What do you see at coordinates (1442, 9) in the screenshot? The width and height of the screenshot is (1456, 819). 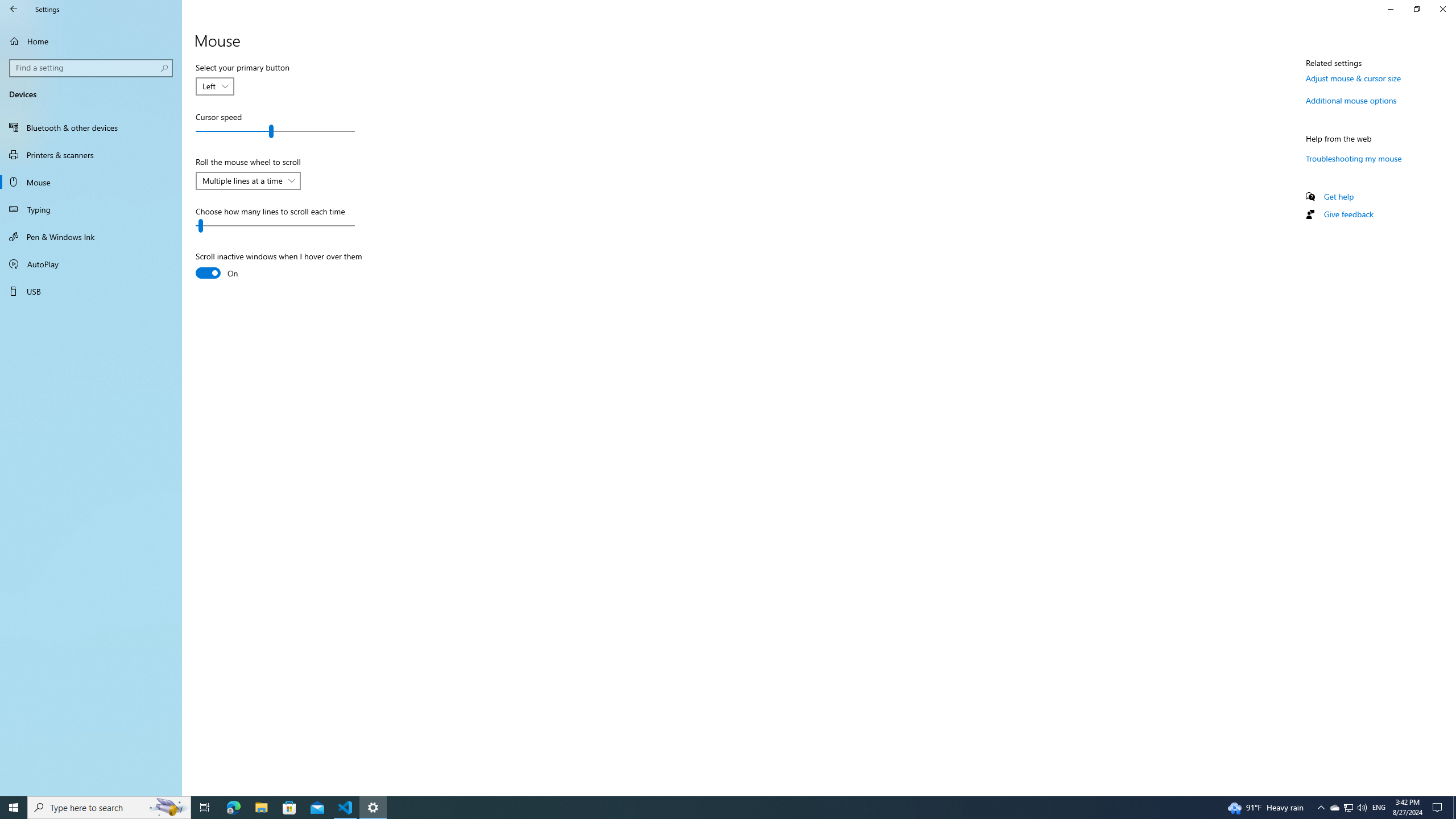 I see `'Close Settings'` at bounding box center [1442, 9].